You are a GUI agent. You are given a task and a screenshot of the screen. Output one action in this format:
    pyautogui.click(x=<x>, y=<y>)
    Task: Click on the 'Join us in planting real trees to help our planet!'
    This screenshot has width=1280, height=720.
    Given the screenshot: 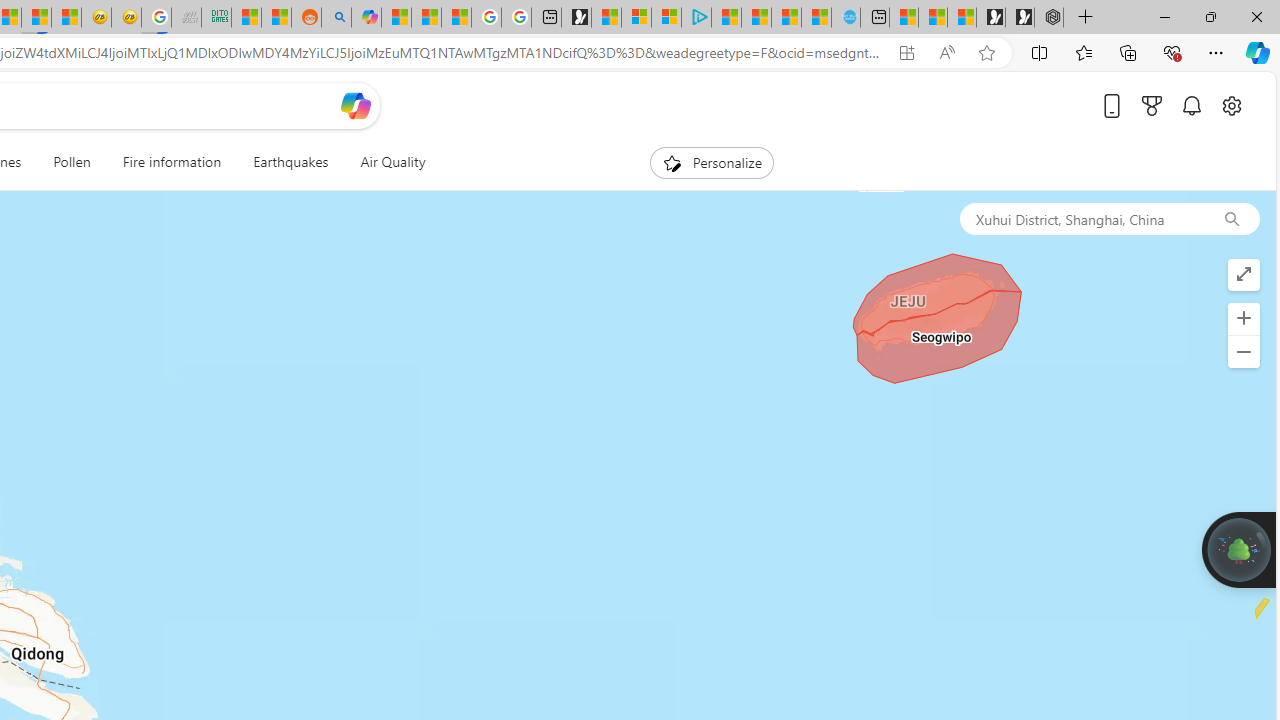 What is the action you would take?
    pyautogui.click(x=1238, y=549)
    